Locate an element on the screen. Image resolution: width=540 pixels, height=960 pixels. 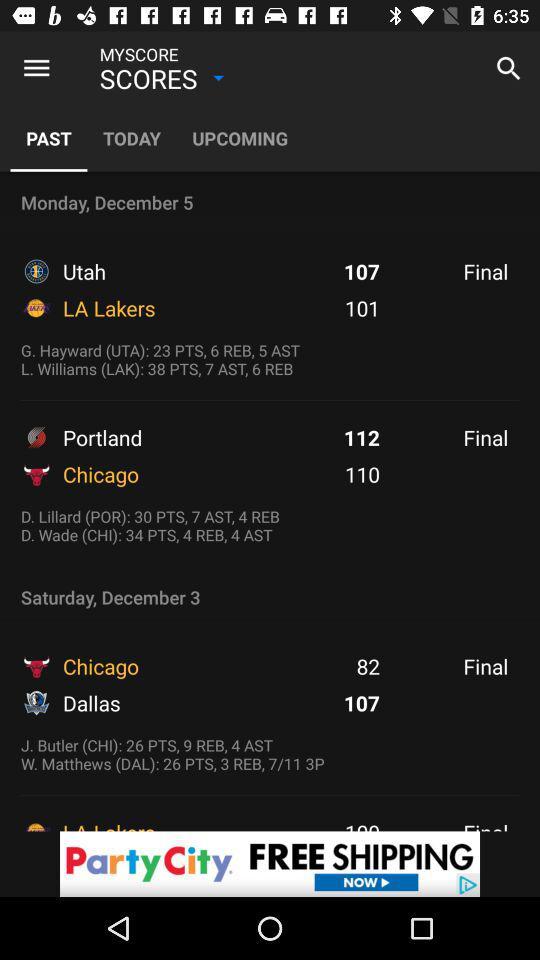
the icon beside dallas is located at coordinates (36, 703).